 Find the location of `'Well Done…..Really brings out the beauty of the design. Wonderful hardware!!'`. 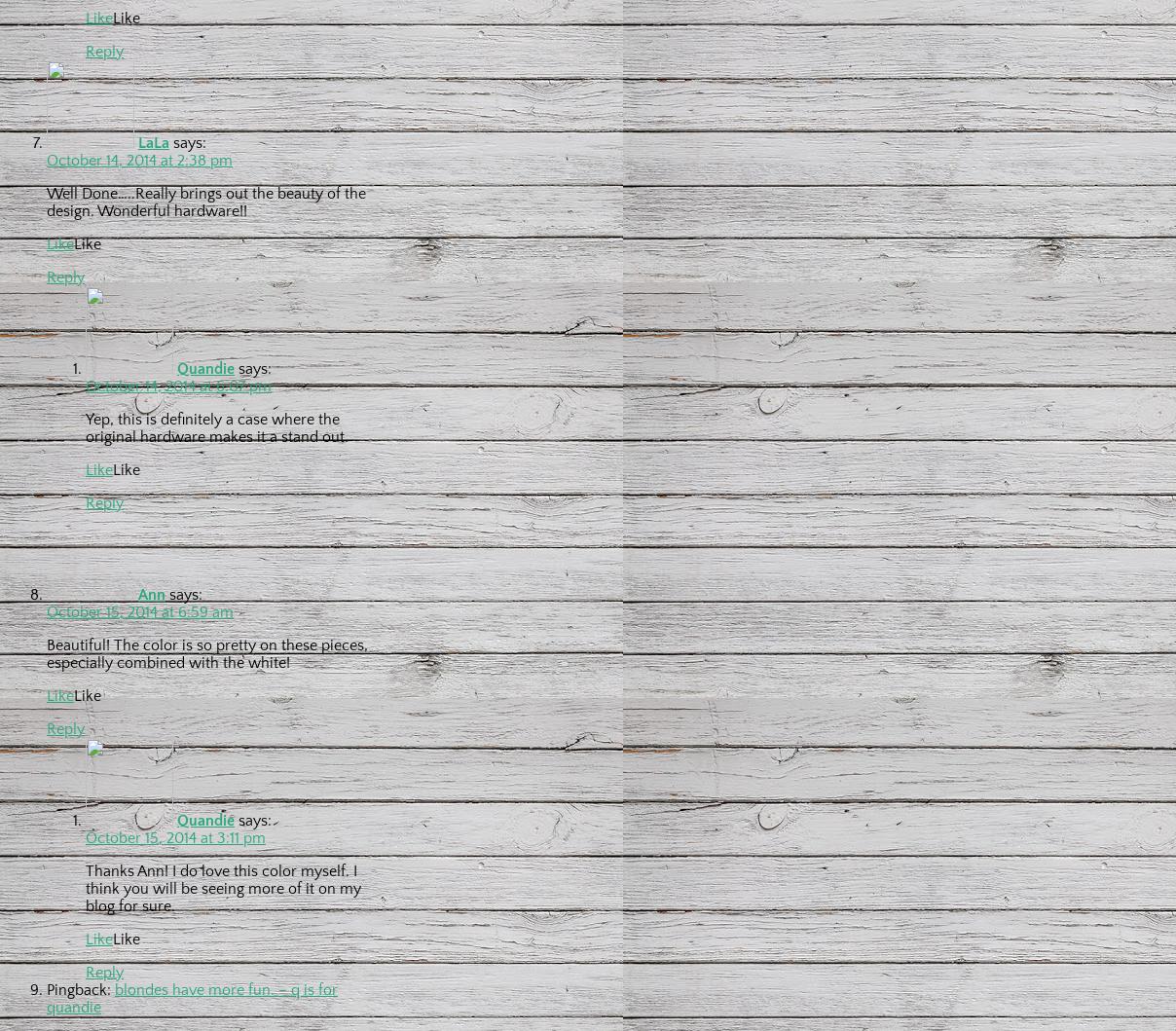

'Well Done…..Really brings out the beauty of the design. Wonderful hardware!!' is located at coordinates (206, 201).